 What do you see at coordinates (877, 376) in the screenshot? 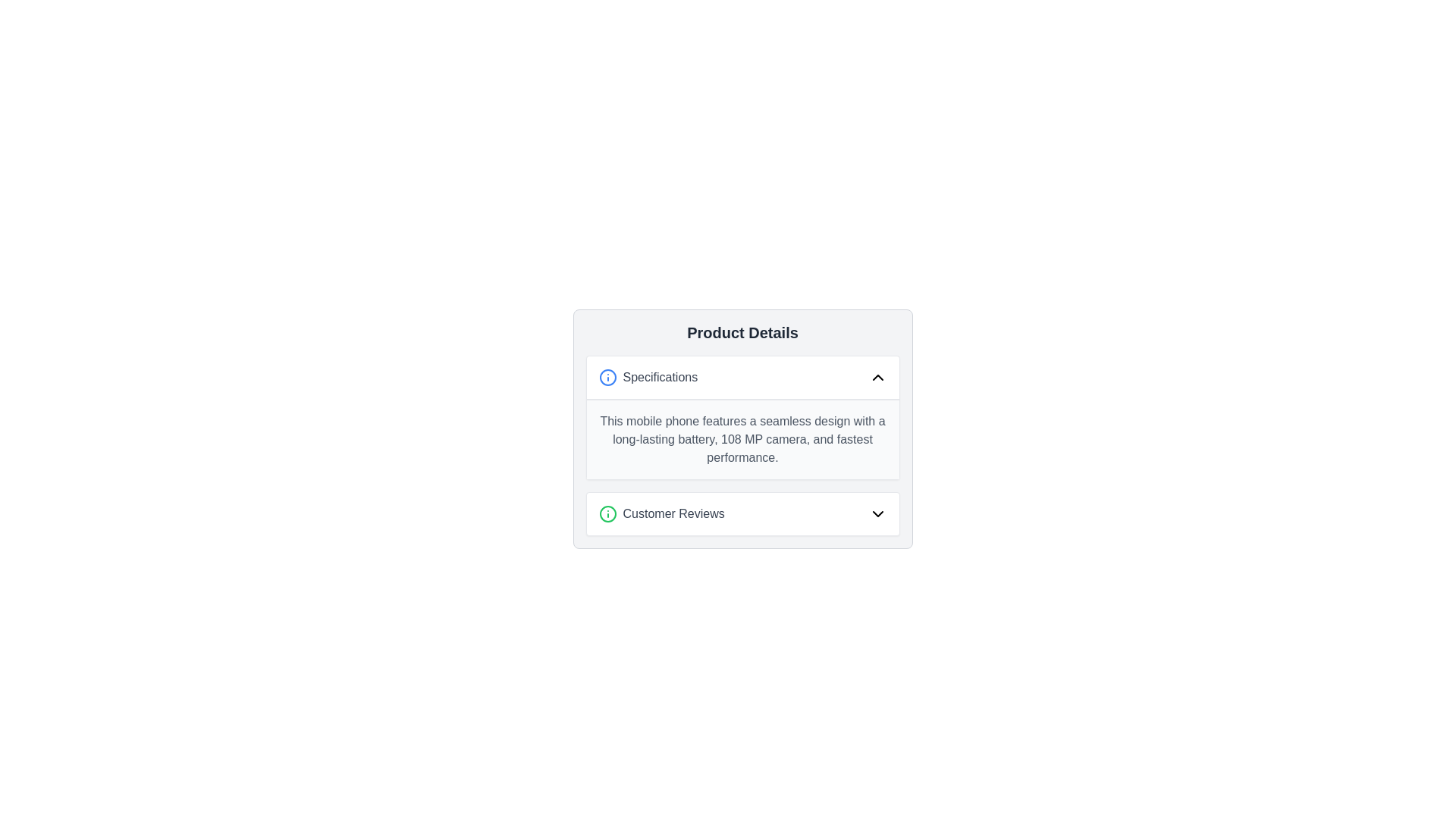
I see `the chevron-shaped toggle arrow icon located at the far right side of the 'Specifications' header bar` at bounding box center [877, 376].